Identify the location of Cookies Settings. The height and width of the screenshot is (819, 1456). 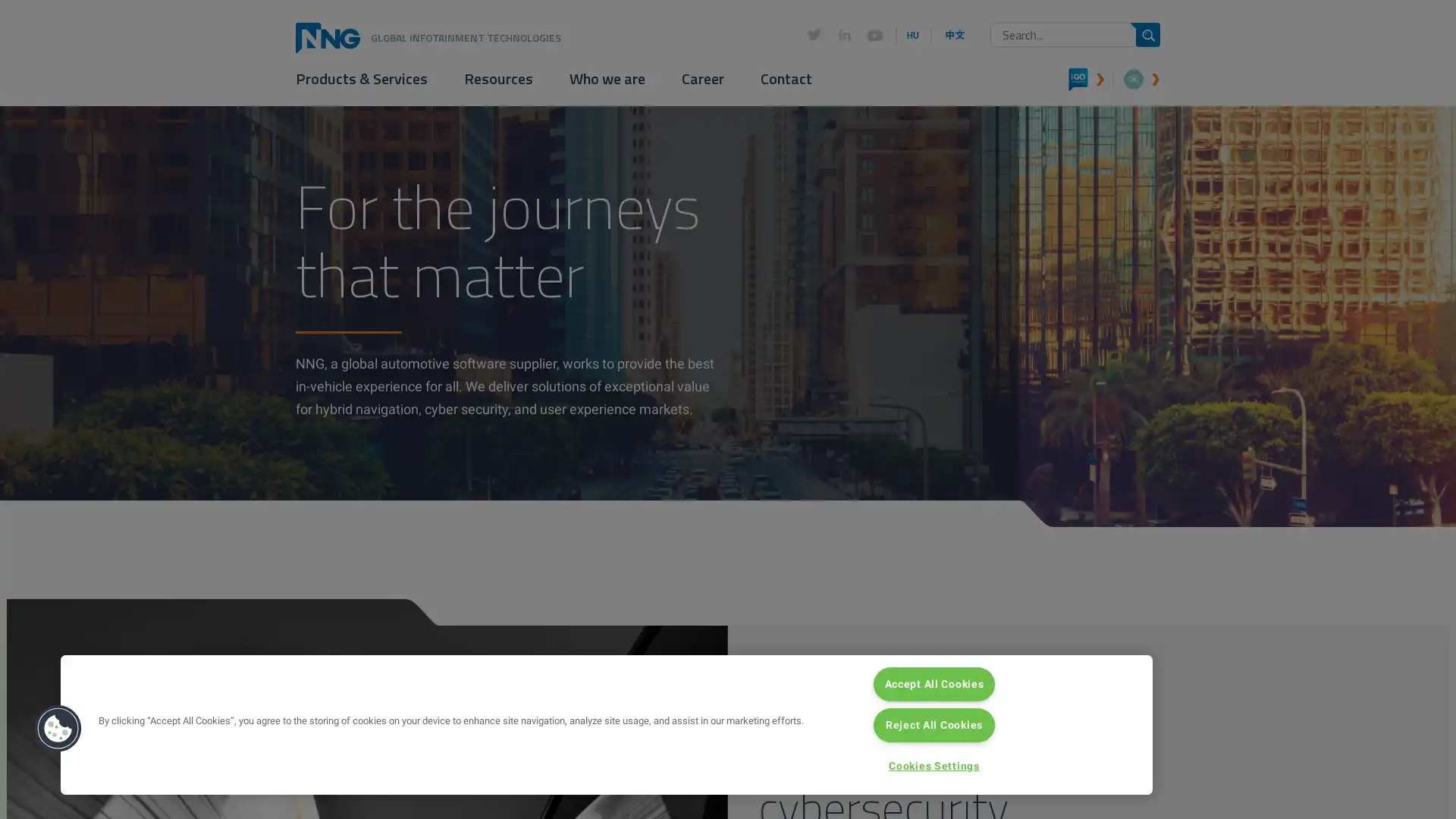
(934, 766).